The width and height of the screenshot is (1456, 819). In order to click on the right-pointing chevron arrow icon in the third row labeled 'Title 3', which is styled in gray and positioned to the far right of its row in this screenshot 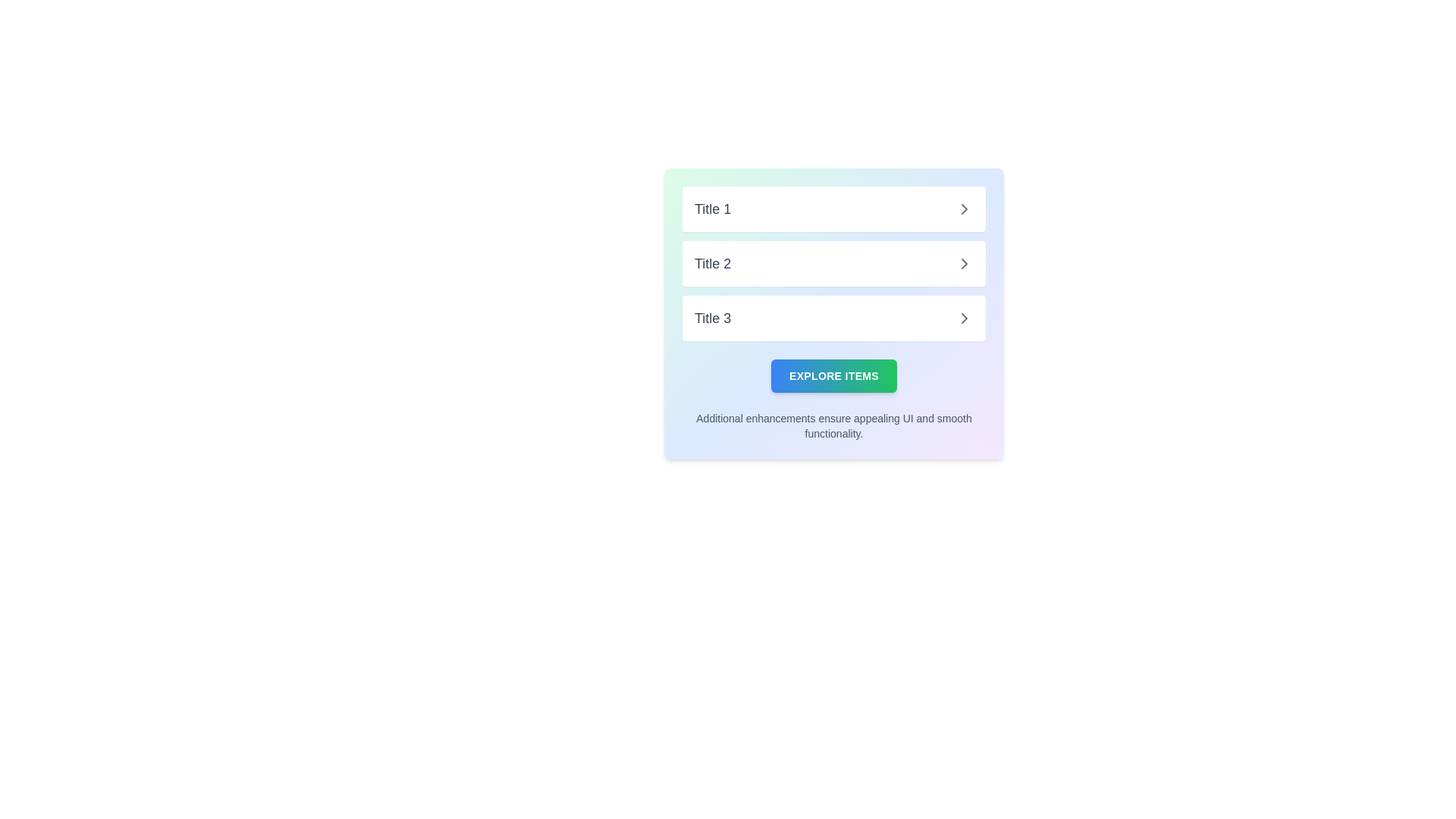, I will do `click(964, 318)`.